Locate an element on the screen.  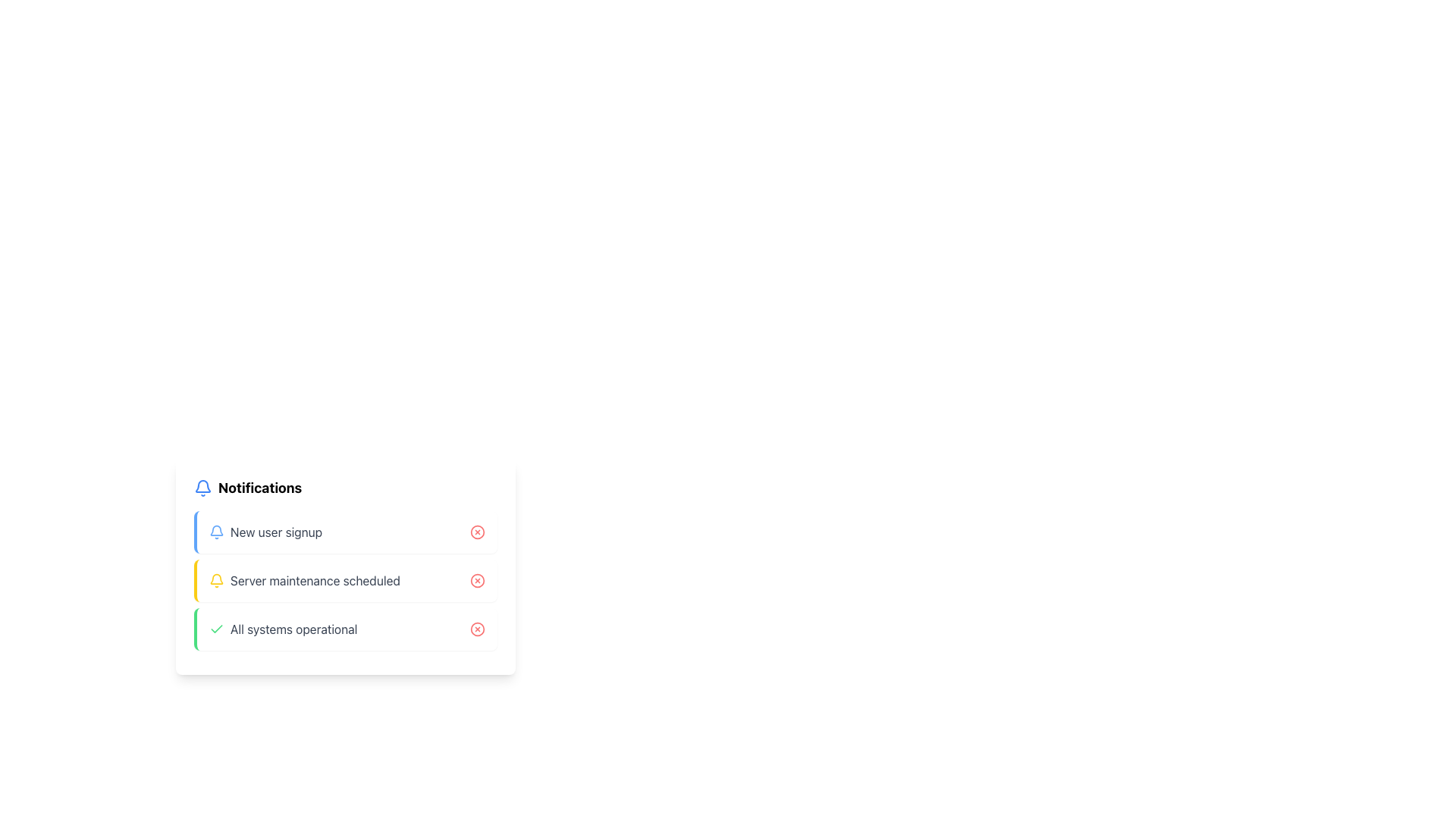
the static text label that conveys the operational status of the system, located in the third row of the notification list, alongside a green checkmark icon is located at coordinates (293, 629).